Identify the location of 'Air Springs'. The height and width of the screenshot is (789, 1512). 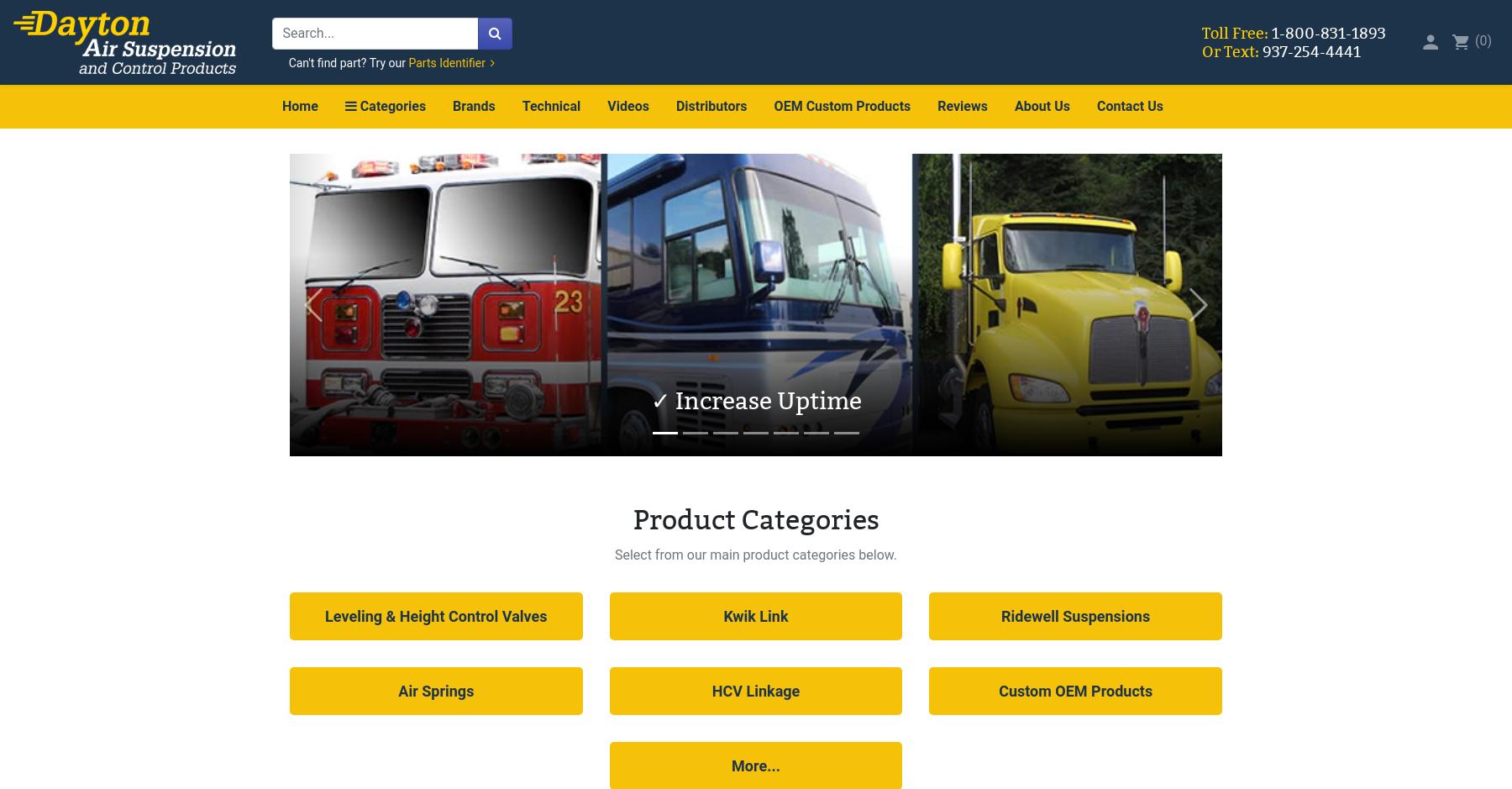
(434, 690).